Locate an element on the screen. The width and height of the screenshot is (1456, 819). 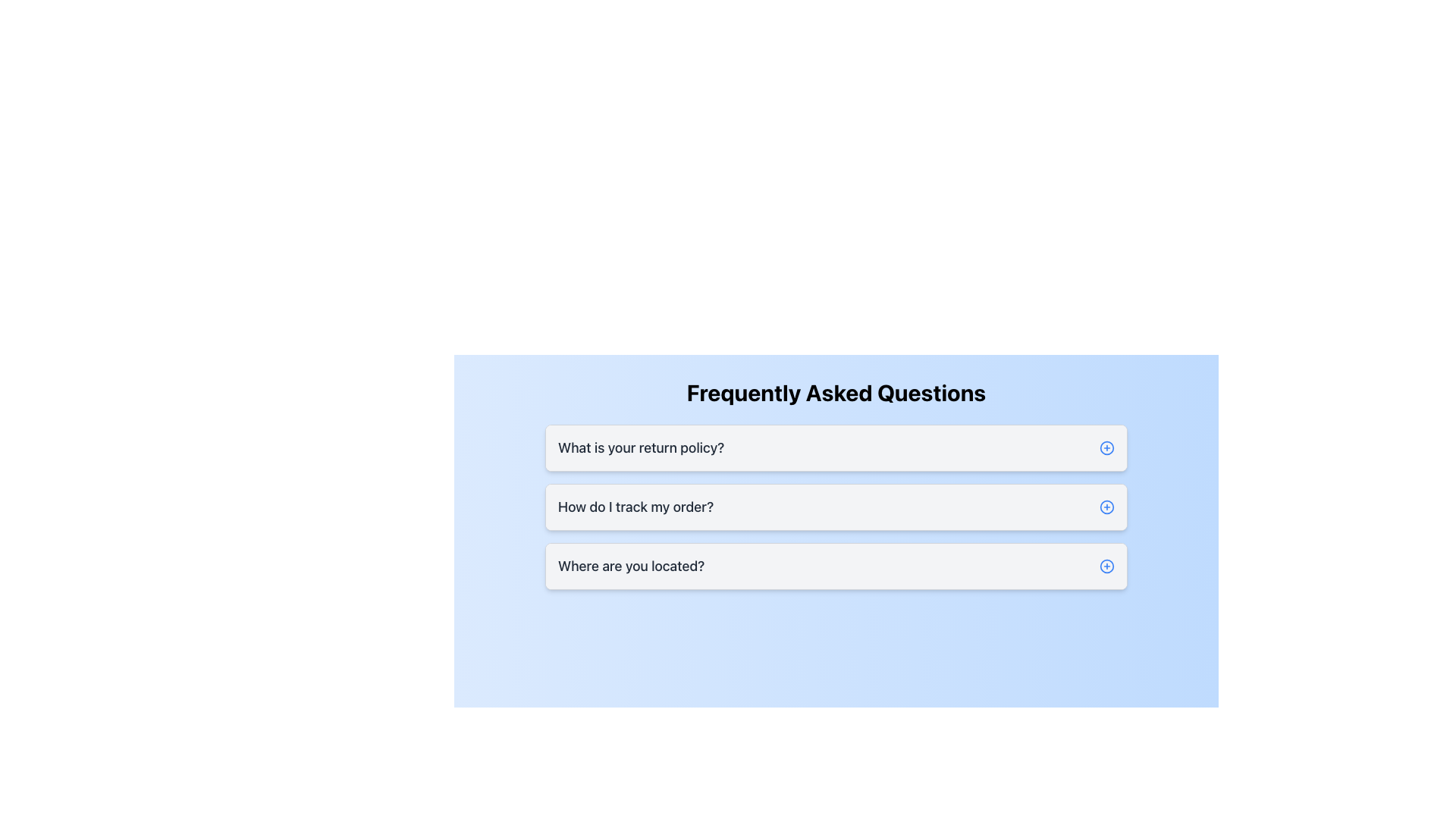
the circular icon button with a blue outline and a '+' symbol, located to the right of the menu item labeled 'Where are you located?' is located at coordinates (1106, 566).